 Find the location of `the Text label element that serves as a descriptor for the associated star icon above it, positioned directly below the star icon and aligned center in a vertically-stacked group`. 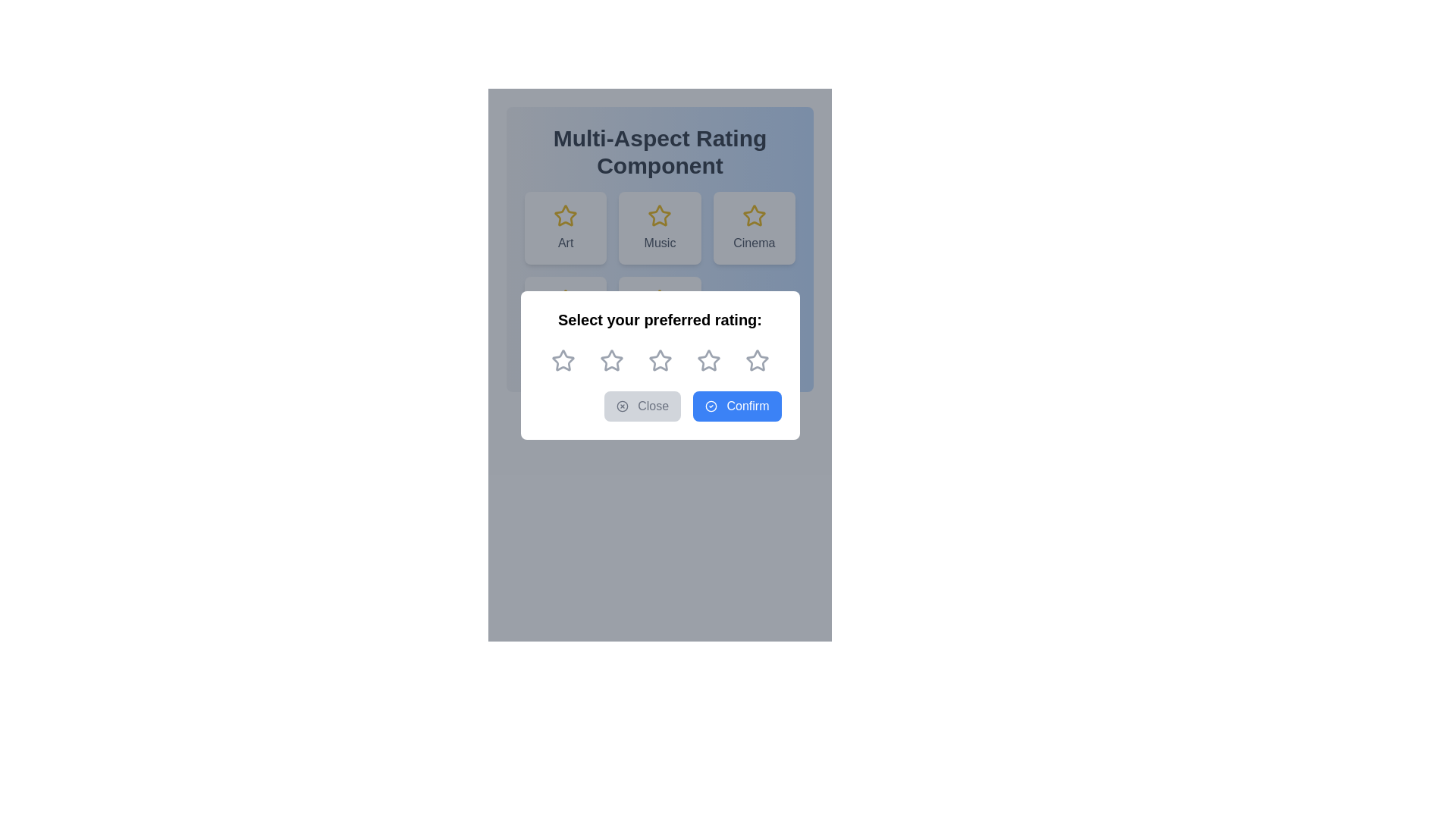

the Text label element that serves as a descriptor for the associated star icon above it, positioned directly below the star icon and aligned center in a vertically-stacked group is located at coordinates (565, 242).